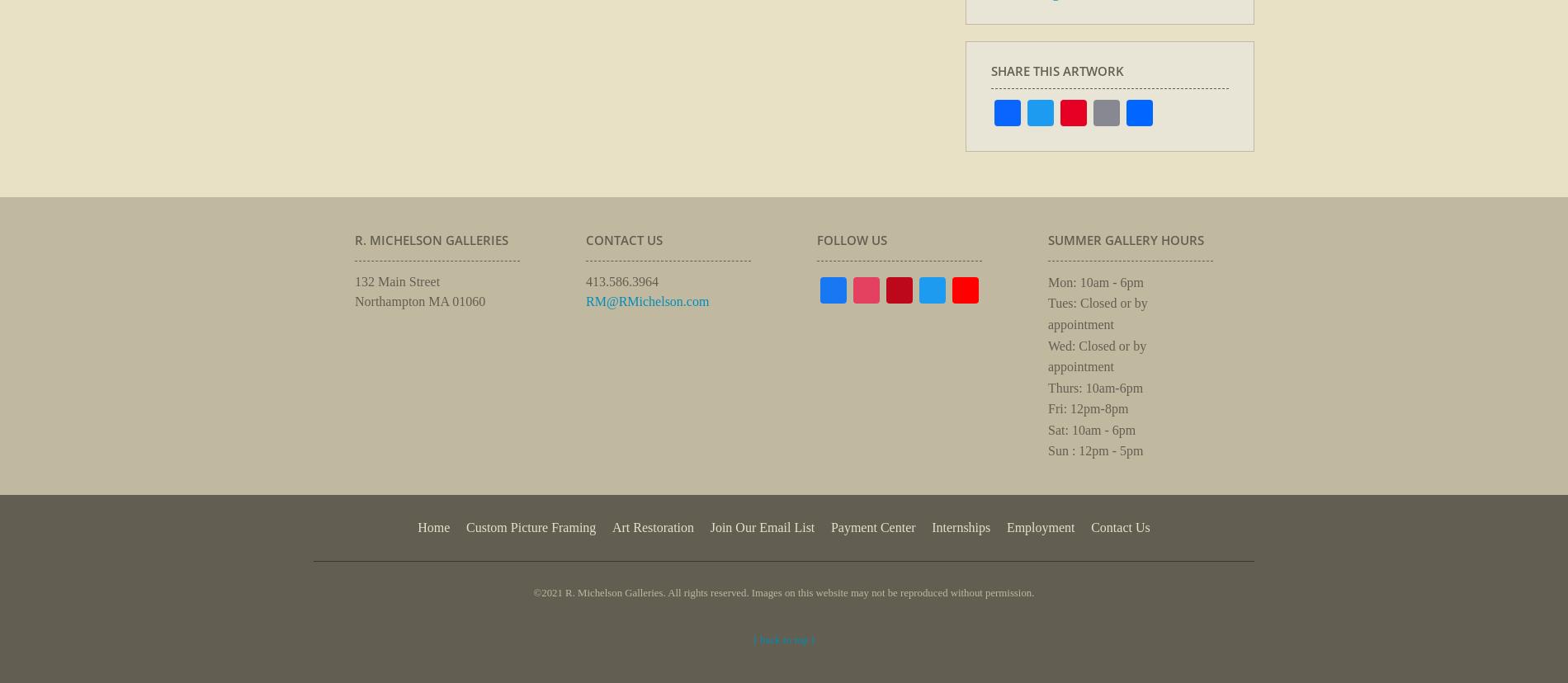 This screenshot has width=1568, height=683. I want to click on 'Fri: 12pm-8pm', so click(1046, 408).